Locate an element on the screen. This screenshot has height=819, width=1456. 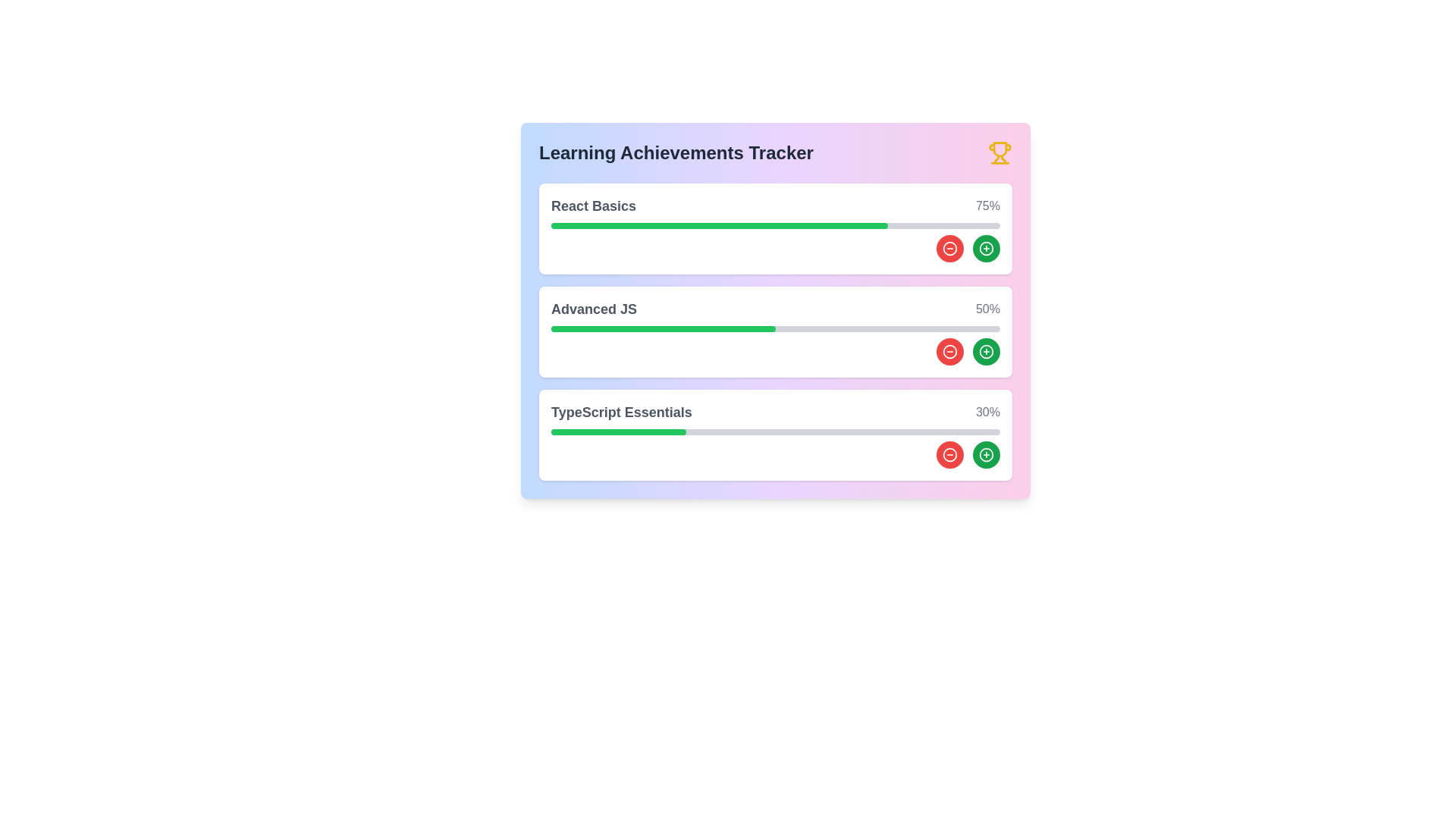
the green circular button on the right side of the progress bar associated with 'React Basics', which contains the target circle is located at coordinates (986, 247).